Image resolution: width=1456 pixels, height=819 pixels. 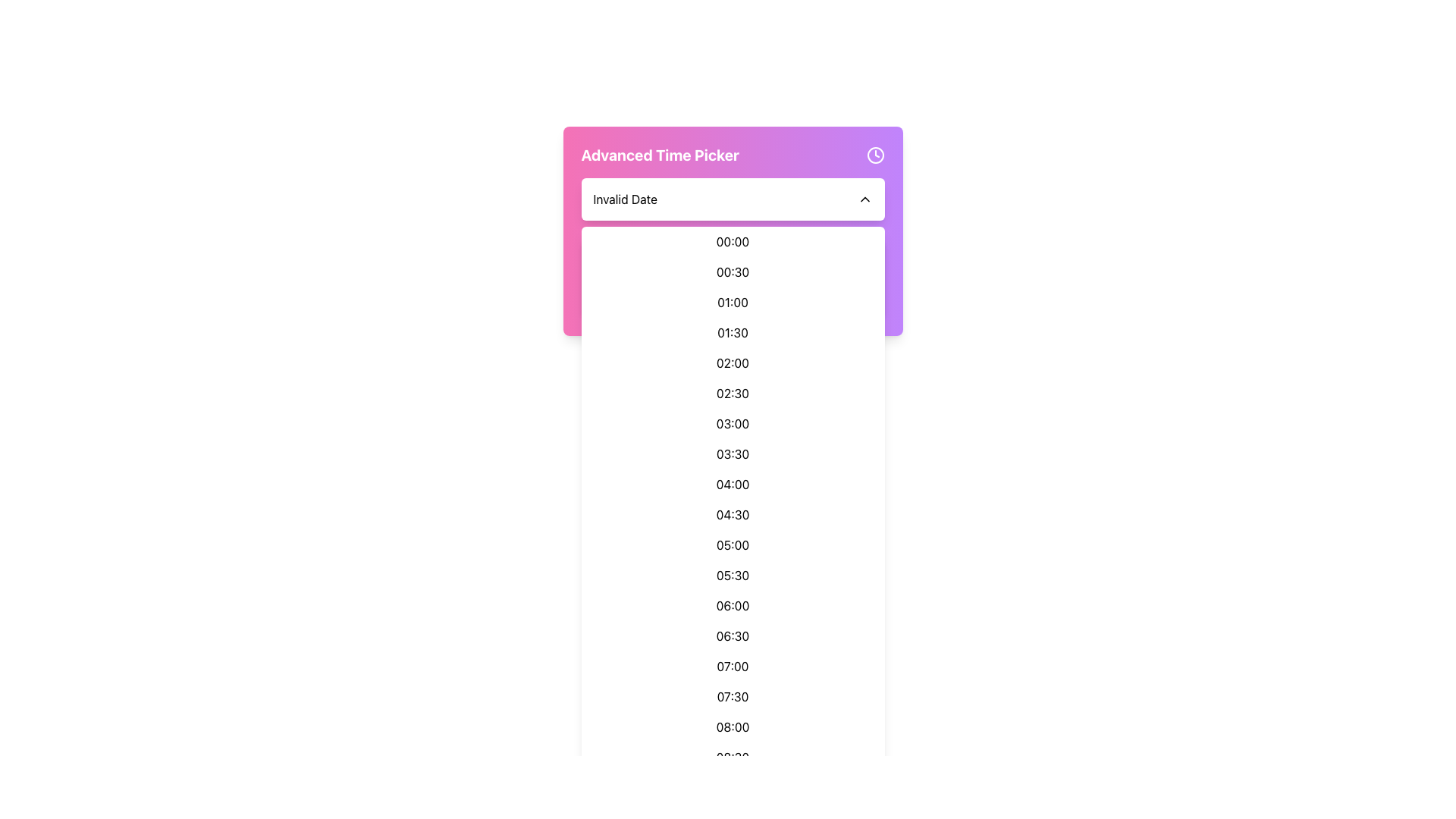 I want to click on the selectable list item displaying '06:30', so click(x=733, y=636).